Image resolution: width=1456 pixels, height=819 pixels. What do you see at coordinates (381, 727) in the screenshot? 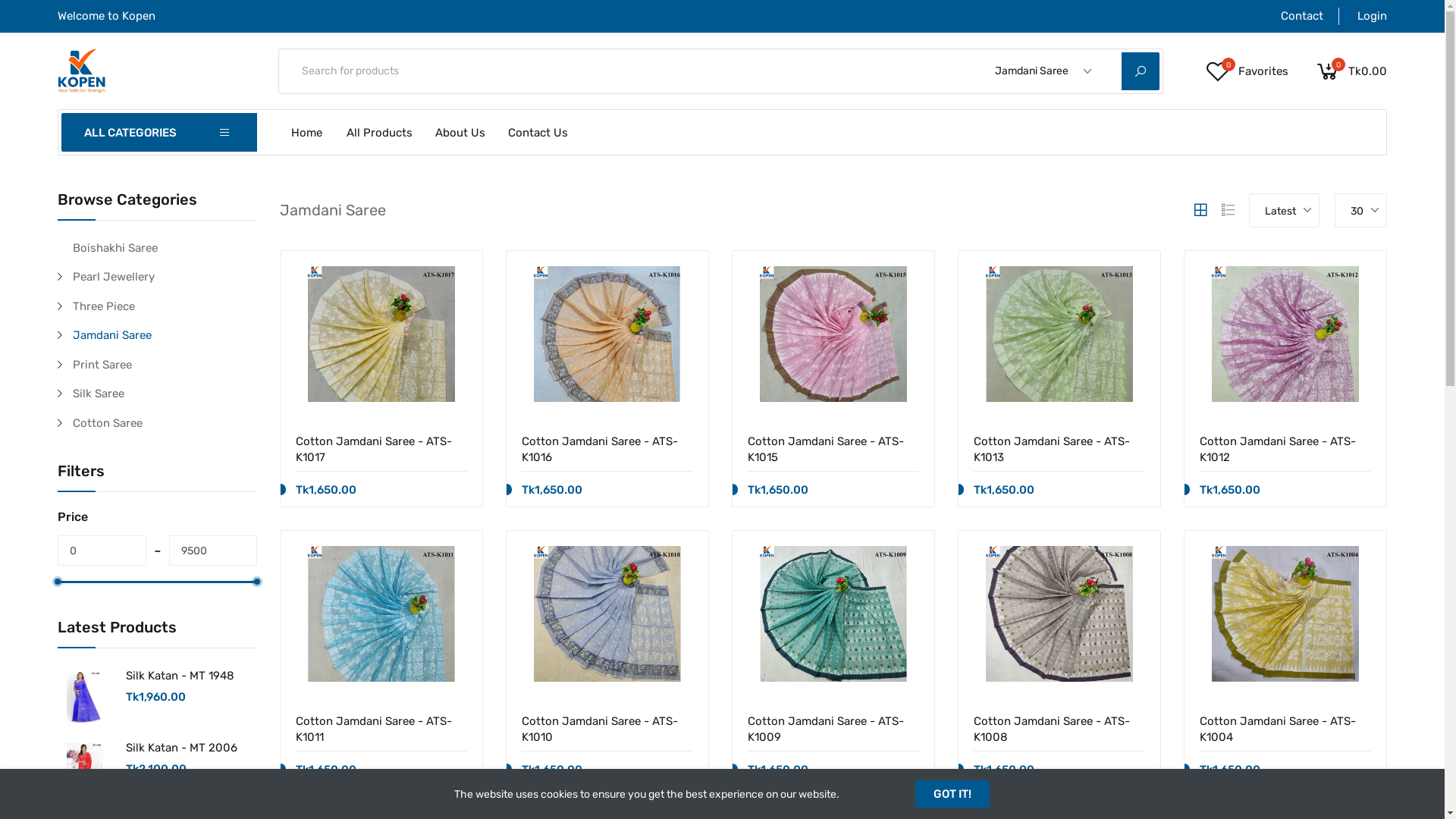
I see `'Cotton Jamdani Saree - ATS-K1011'` at bounding box center [381, 727].